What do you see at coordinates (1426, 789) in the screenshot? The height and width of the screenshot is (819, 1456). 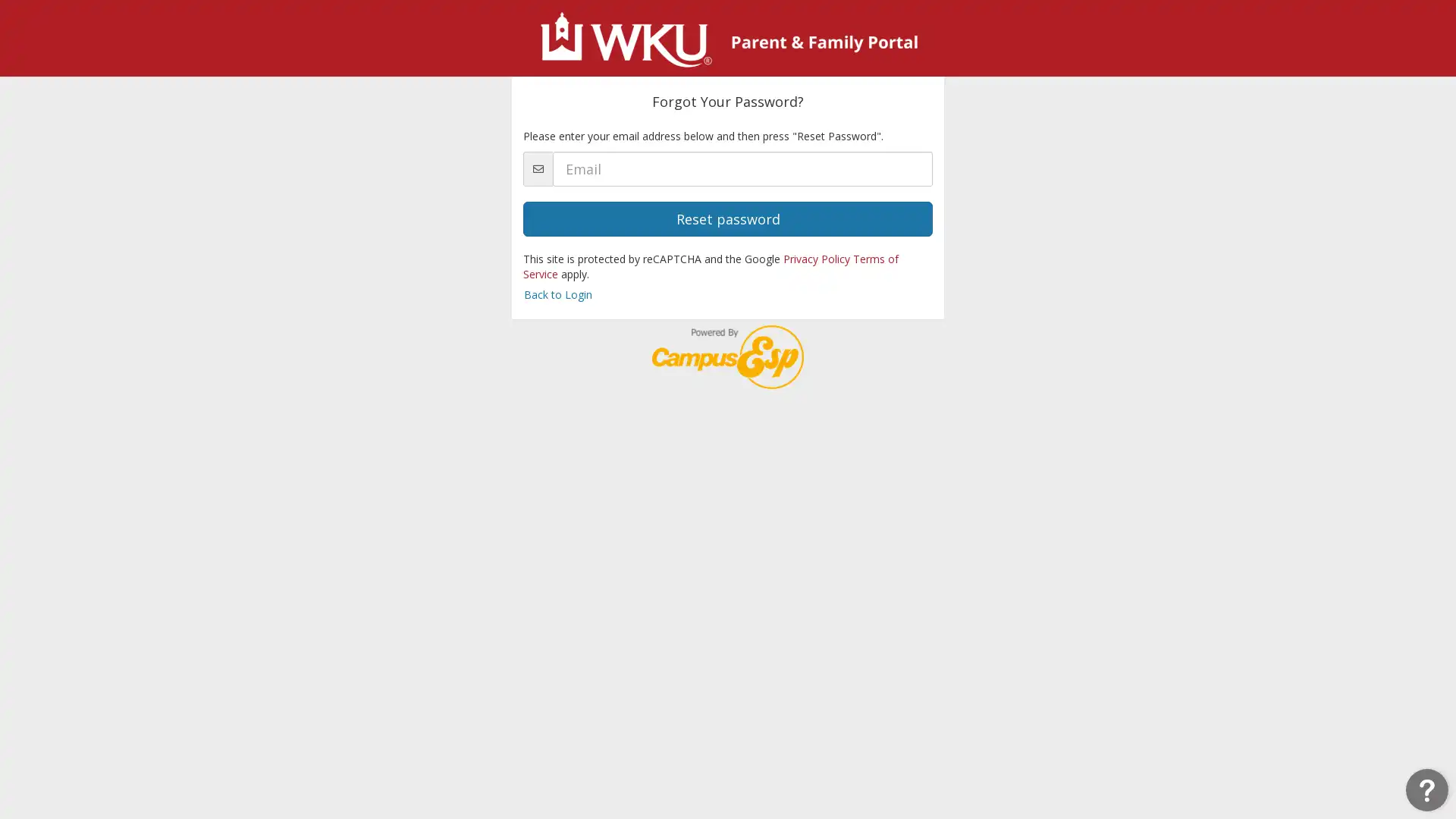 I see `Open Resource Center` at bounding box center [1426, 789].